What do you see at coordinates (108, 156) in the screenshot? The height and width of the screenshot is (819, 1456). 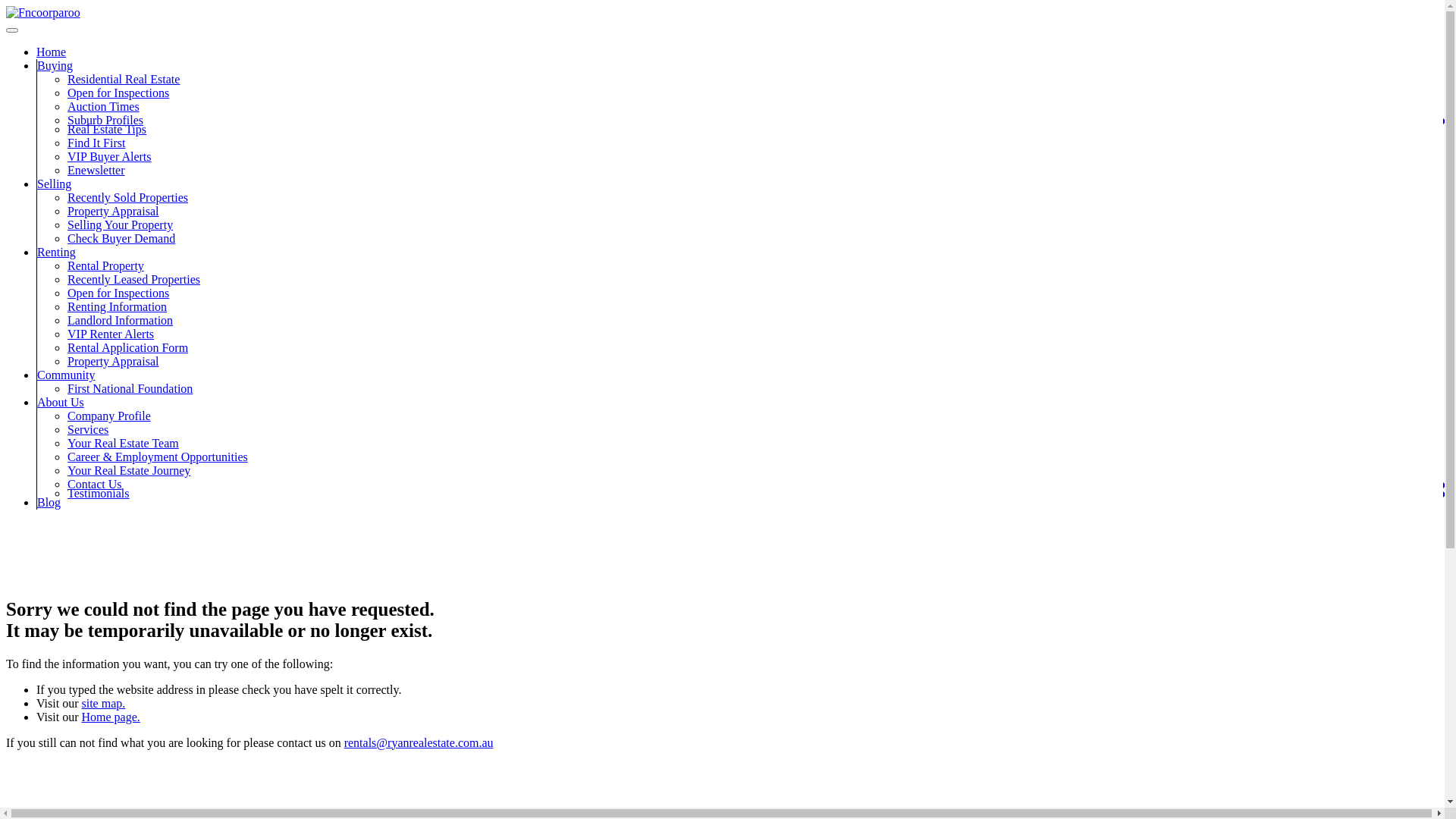 I see `'VIP Buyer Alerts'` at bounding box center [108, 156].